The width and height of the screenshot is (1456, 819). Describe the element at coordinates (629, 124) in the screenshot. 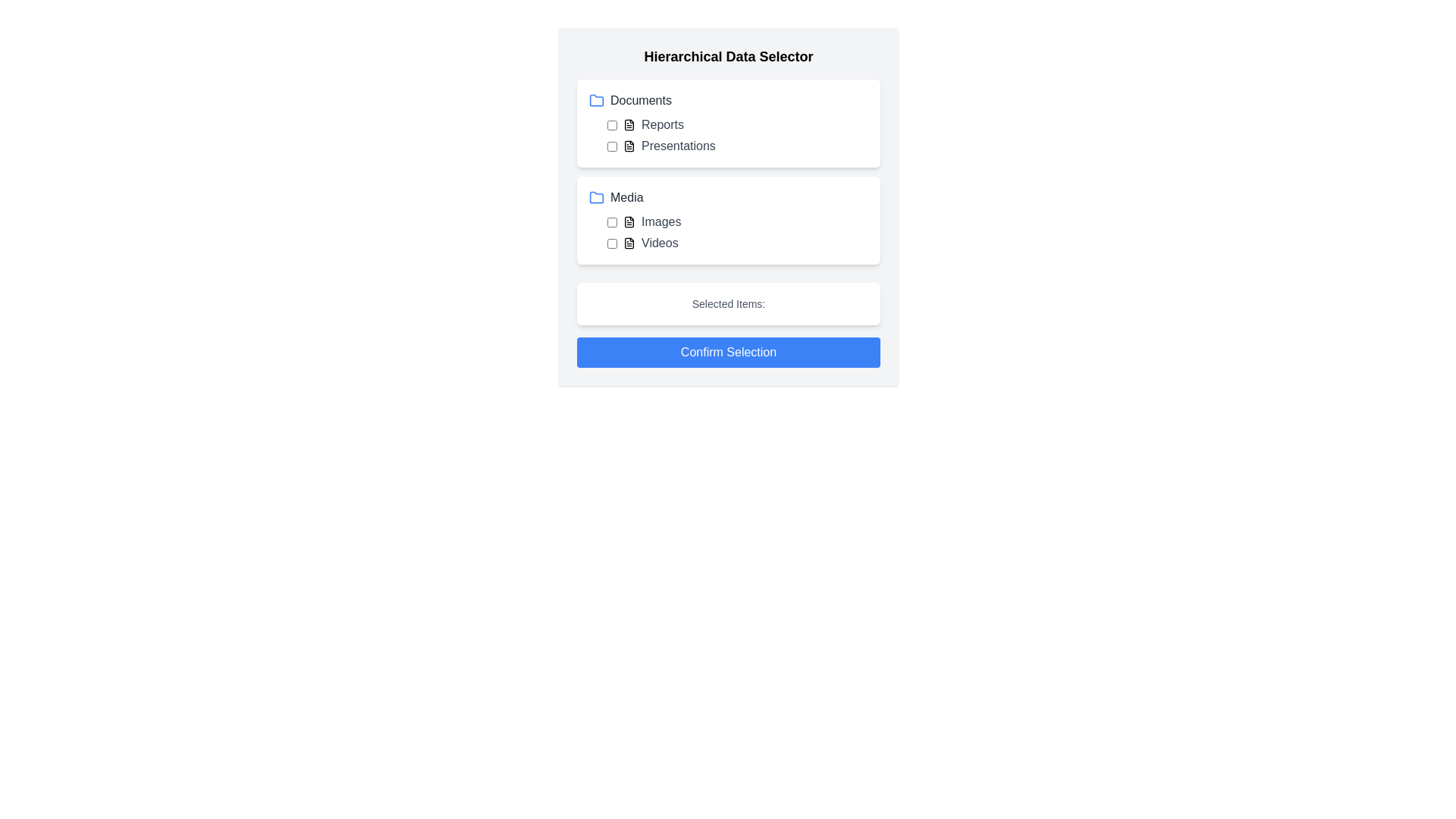

I see `the 'Reports' document icon located in the 'Documents' section, positioned left of the label 'Reports' and just right of the associated checkbox` at that location.